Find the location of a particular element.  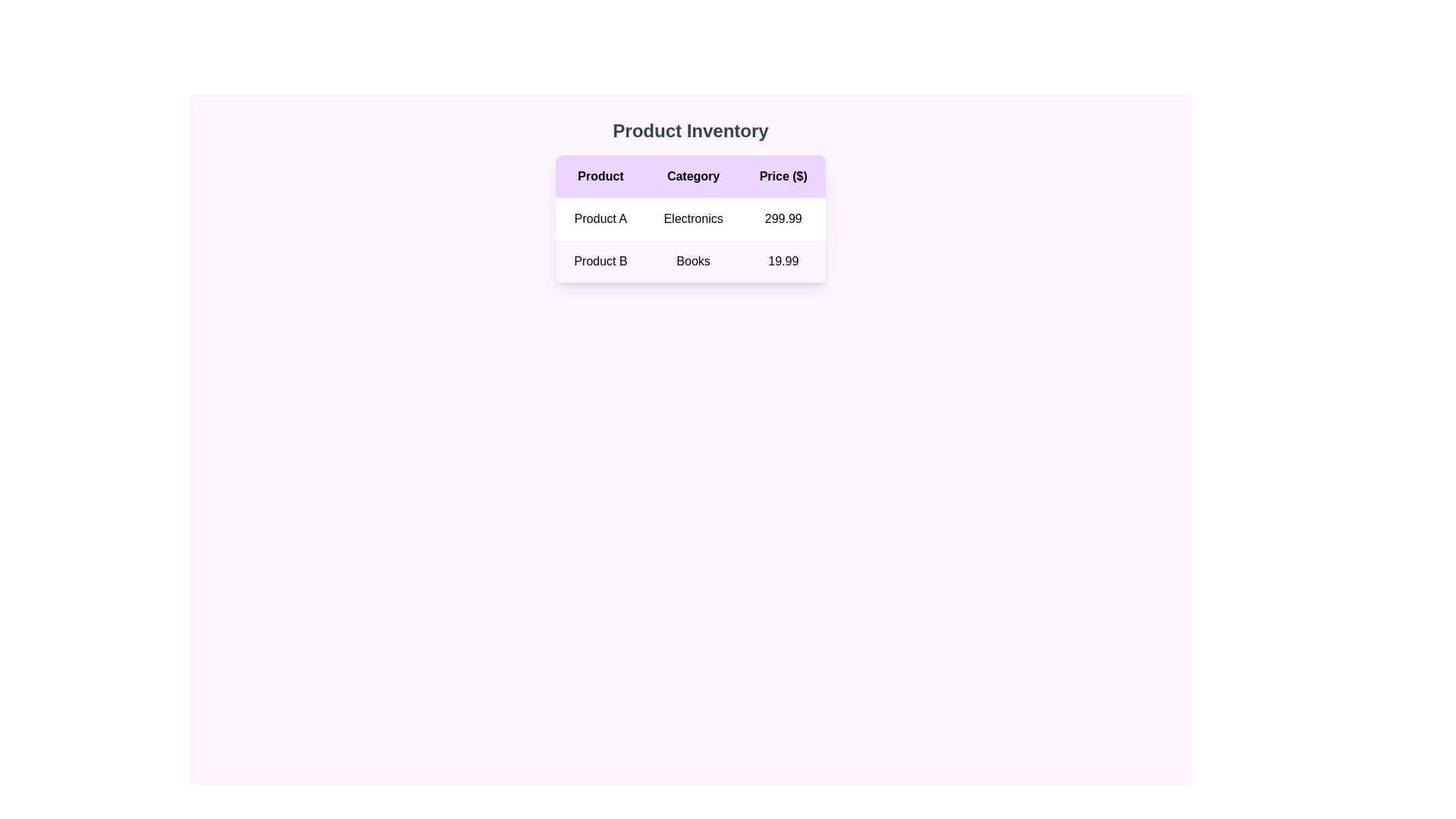

the text label displaying 'Category' in black on a purple background, which is centered in the second column of the table header is located at coordinates (692, 175).